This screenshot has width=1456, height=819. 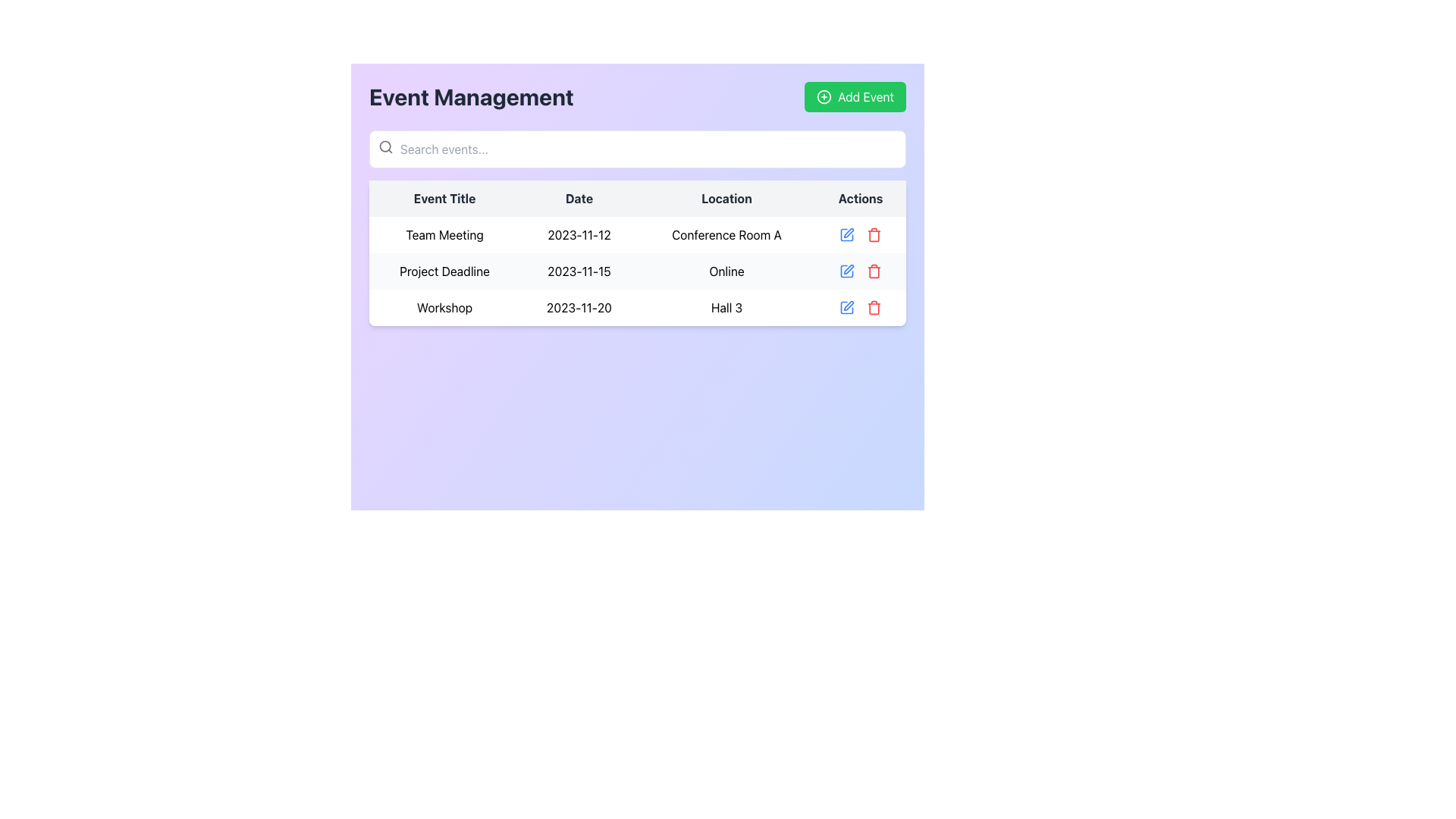 I want to click on the 'Add New Event' button located in the top-right corner of the 'Event Management' section for keyboard navigation, so click(x=855, y=96).